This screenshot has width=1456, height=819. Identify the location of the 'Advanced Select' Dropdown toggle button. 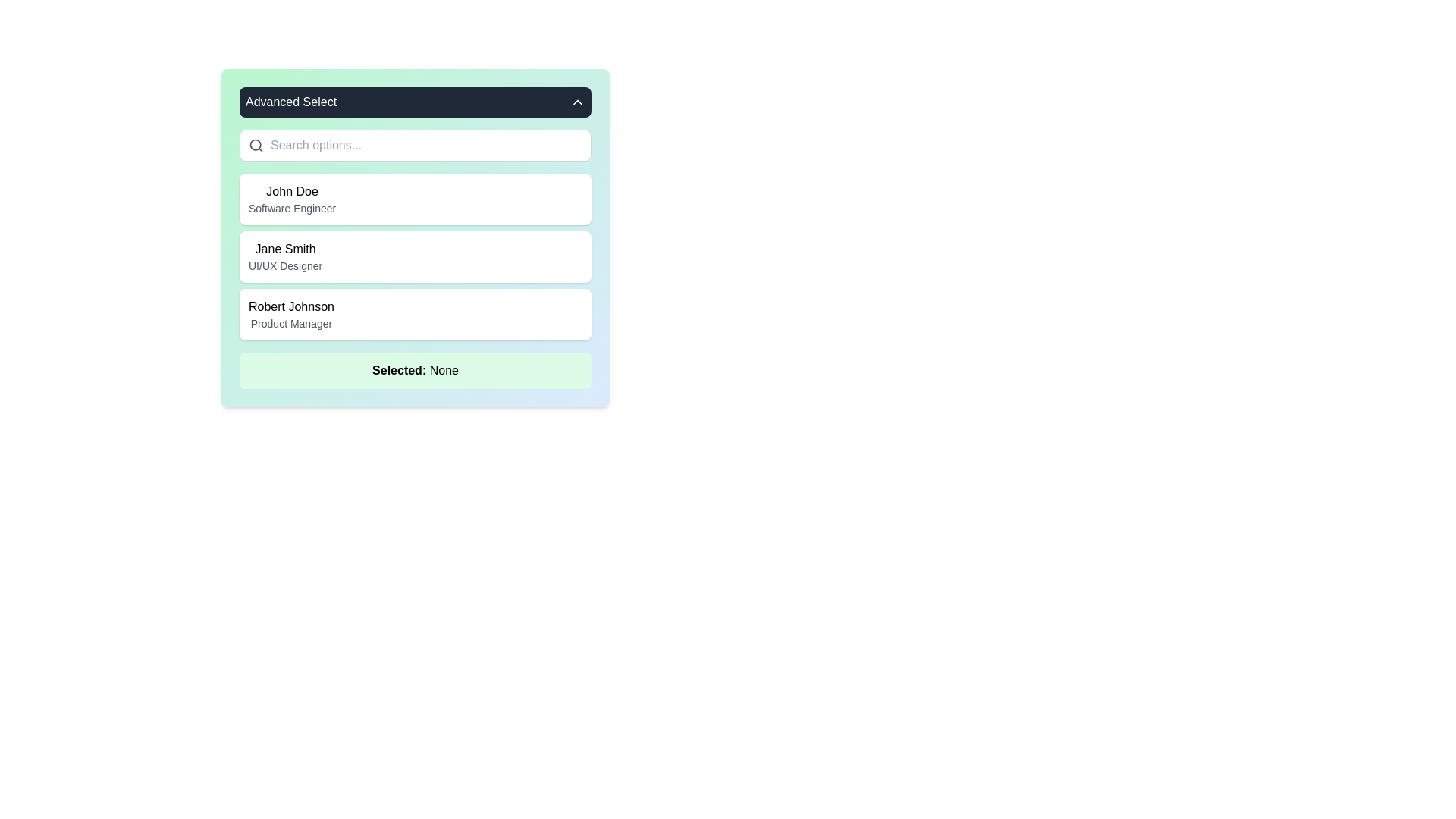
(415, 102).